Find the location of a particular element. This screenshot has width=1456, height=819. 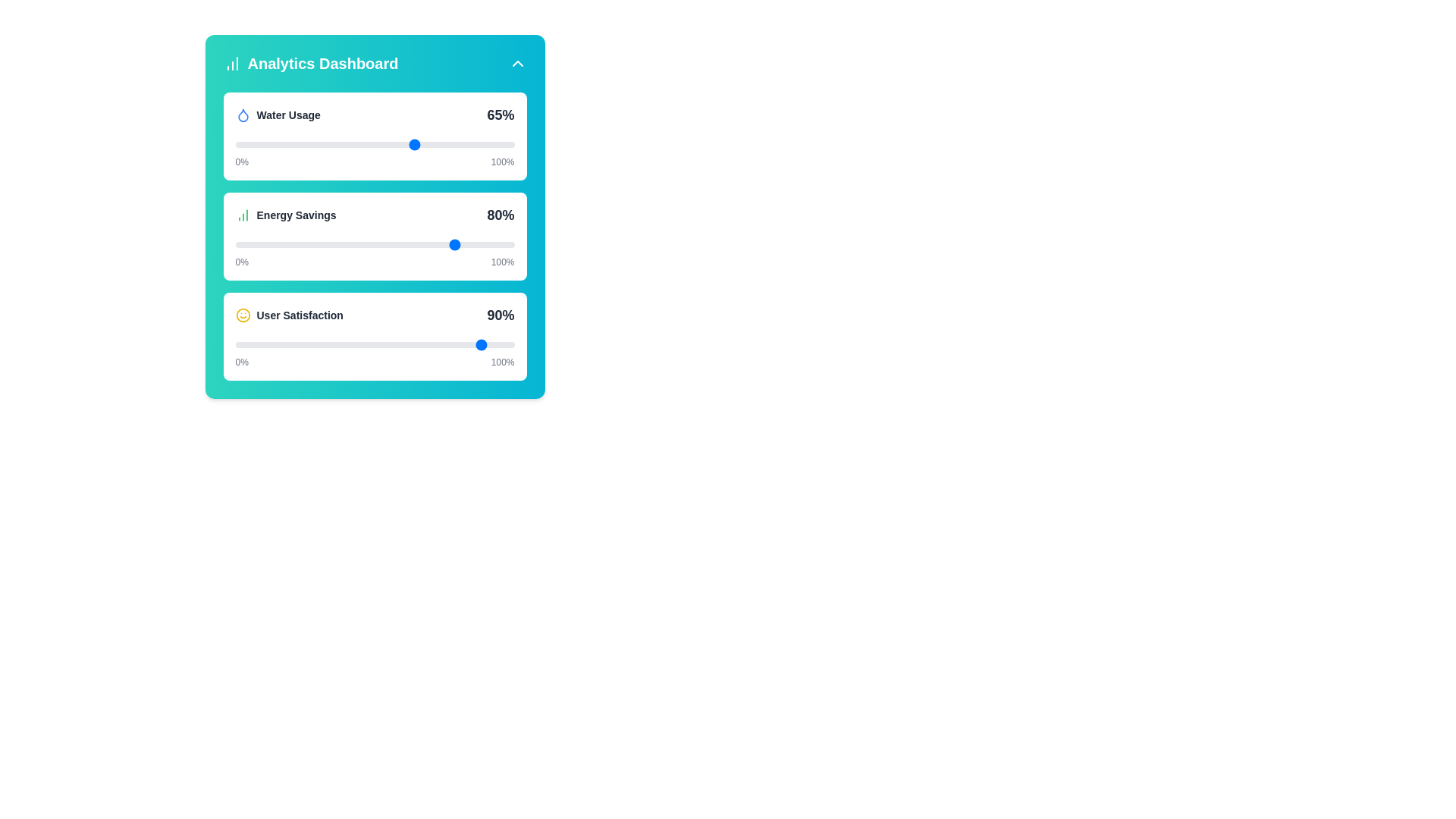

the water usage slider is located at coordinates (427, 145).